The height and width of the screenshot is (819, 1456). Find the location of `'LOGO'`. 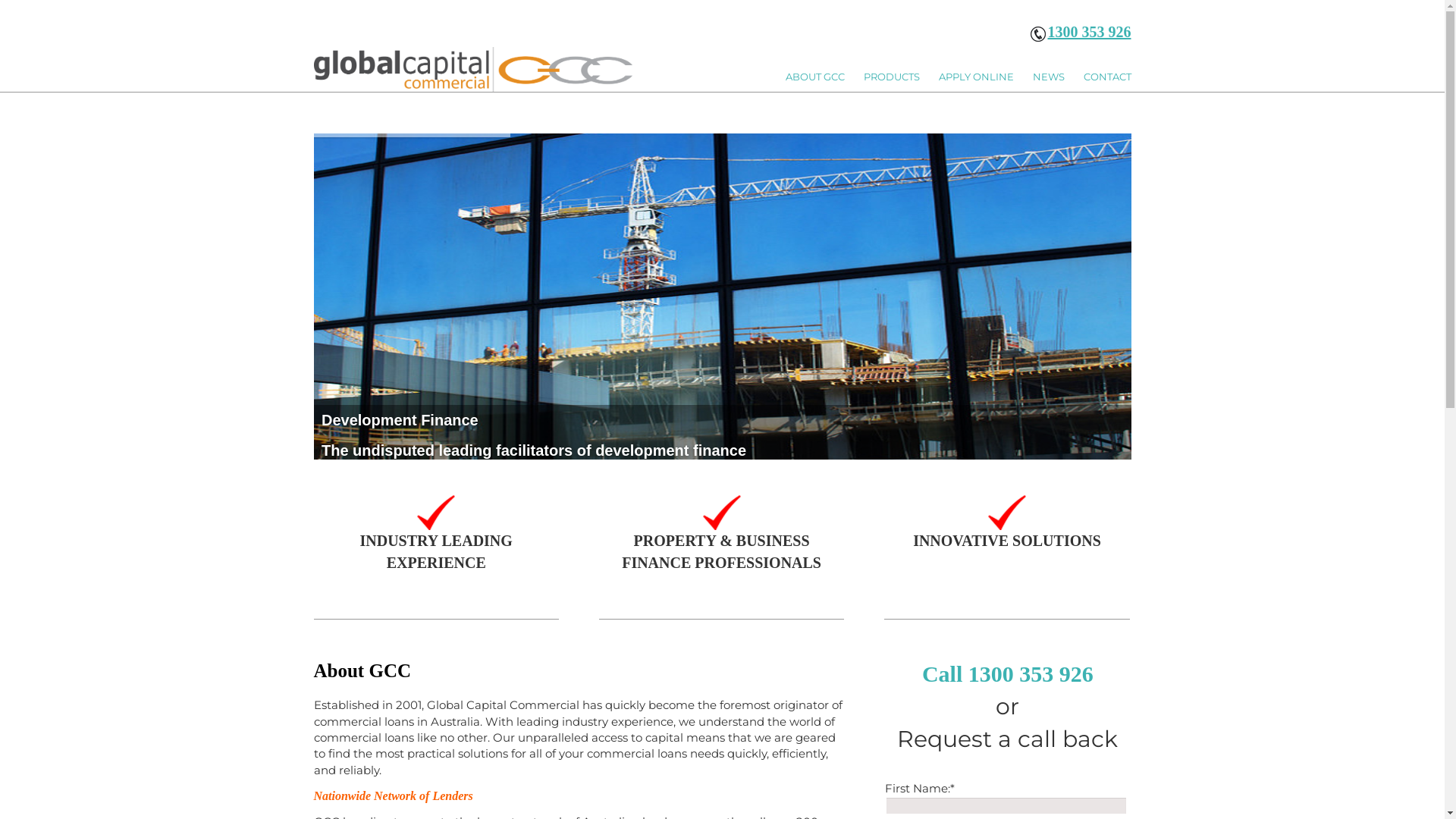

'LOGO' is located at coordinates (472, 69).